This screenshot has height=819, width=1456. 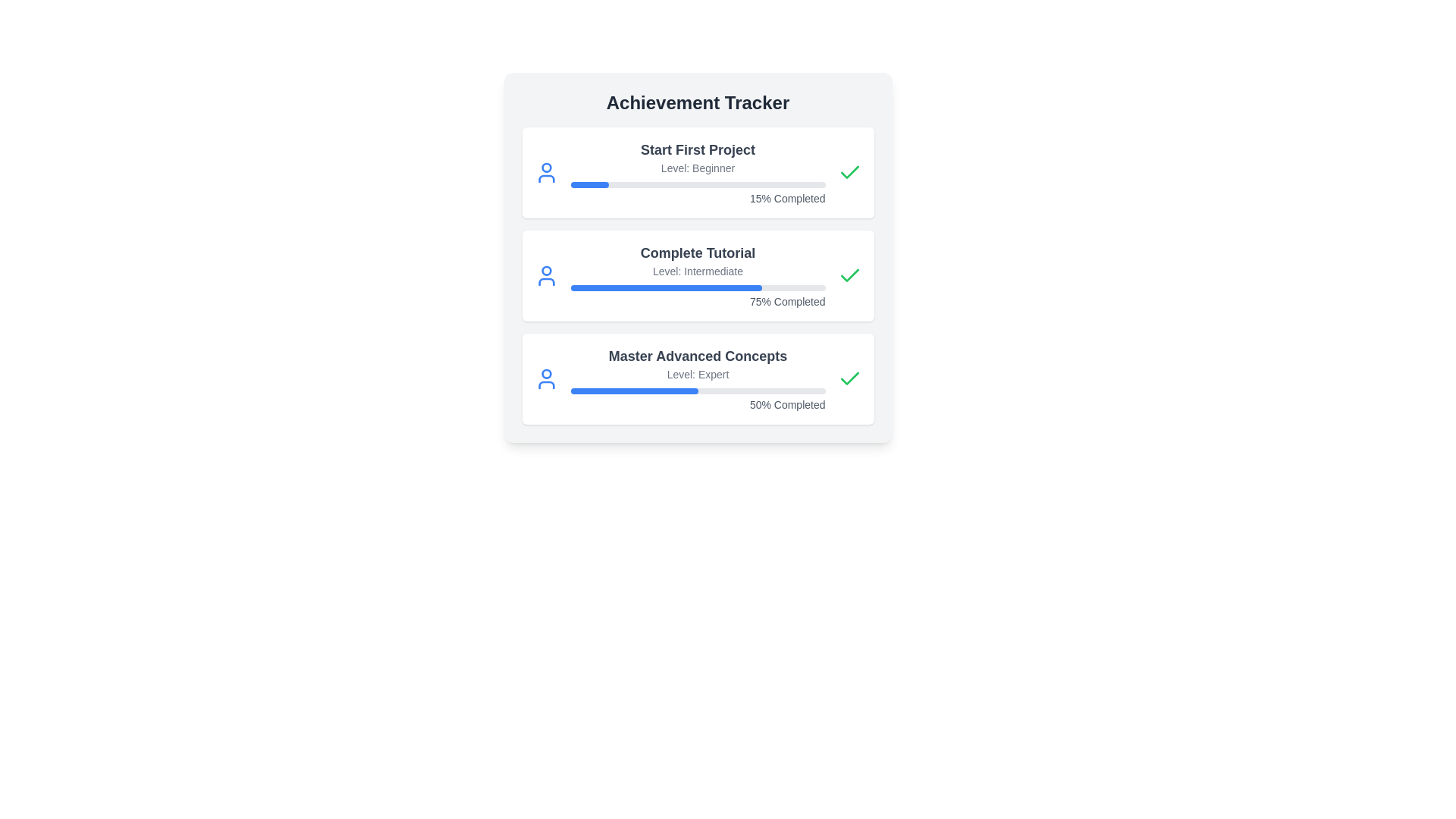 What do you see at coordinates (697, 275) in the screenshot?
I see `the Progress tracker section that displays progress information about the task 'Complete Tutorial'` at bounding box center [697, 275].